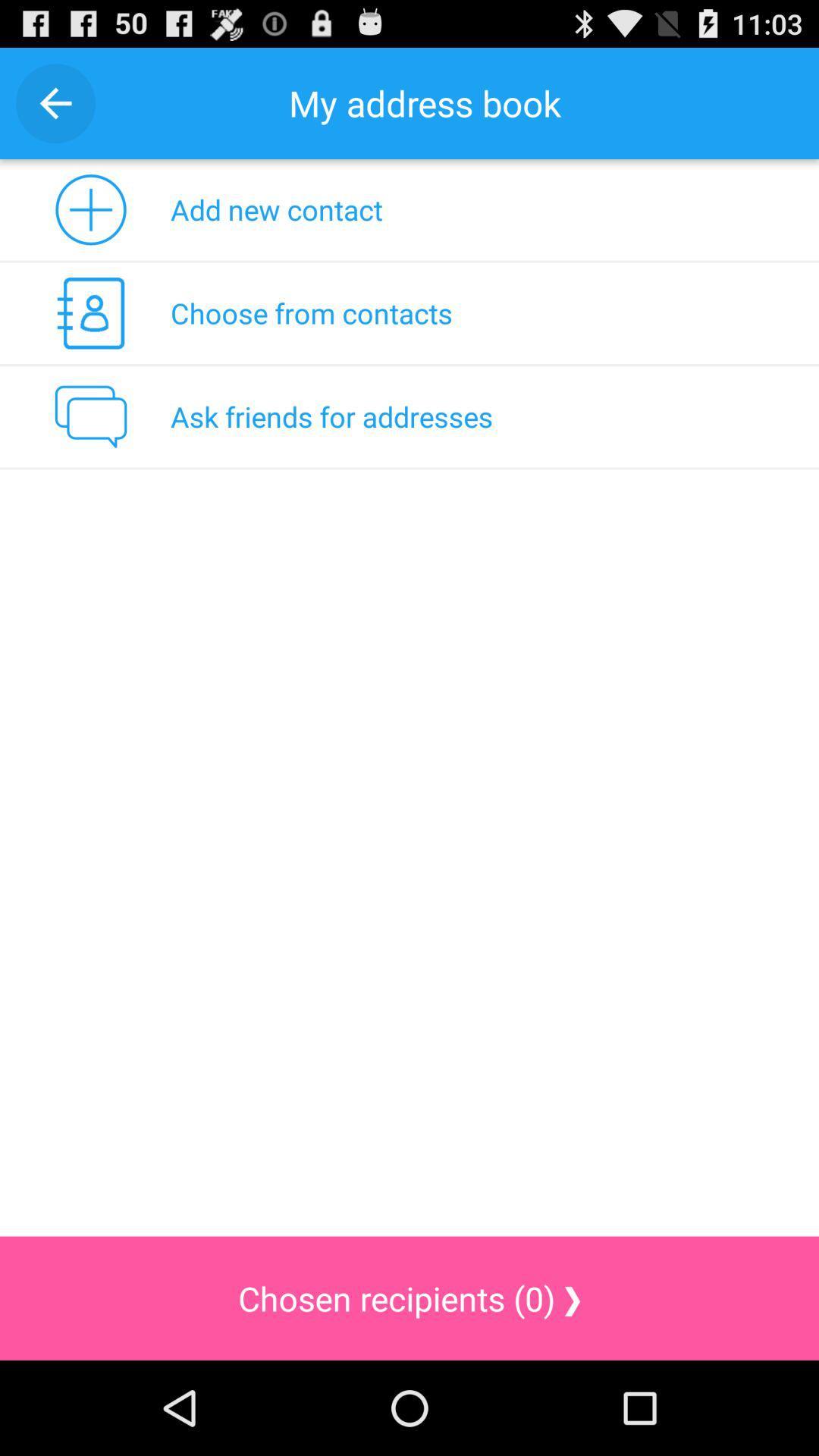  Describe the element at coordinates (55, 102) in the screenshot. I see `go back` at that location.